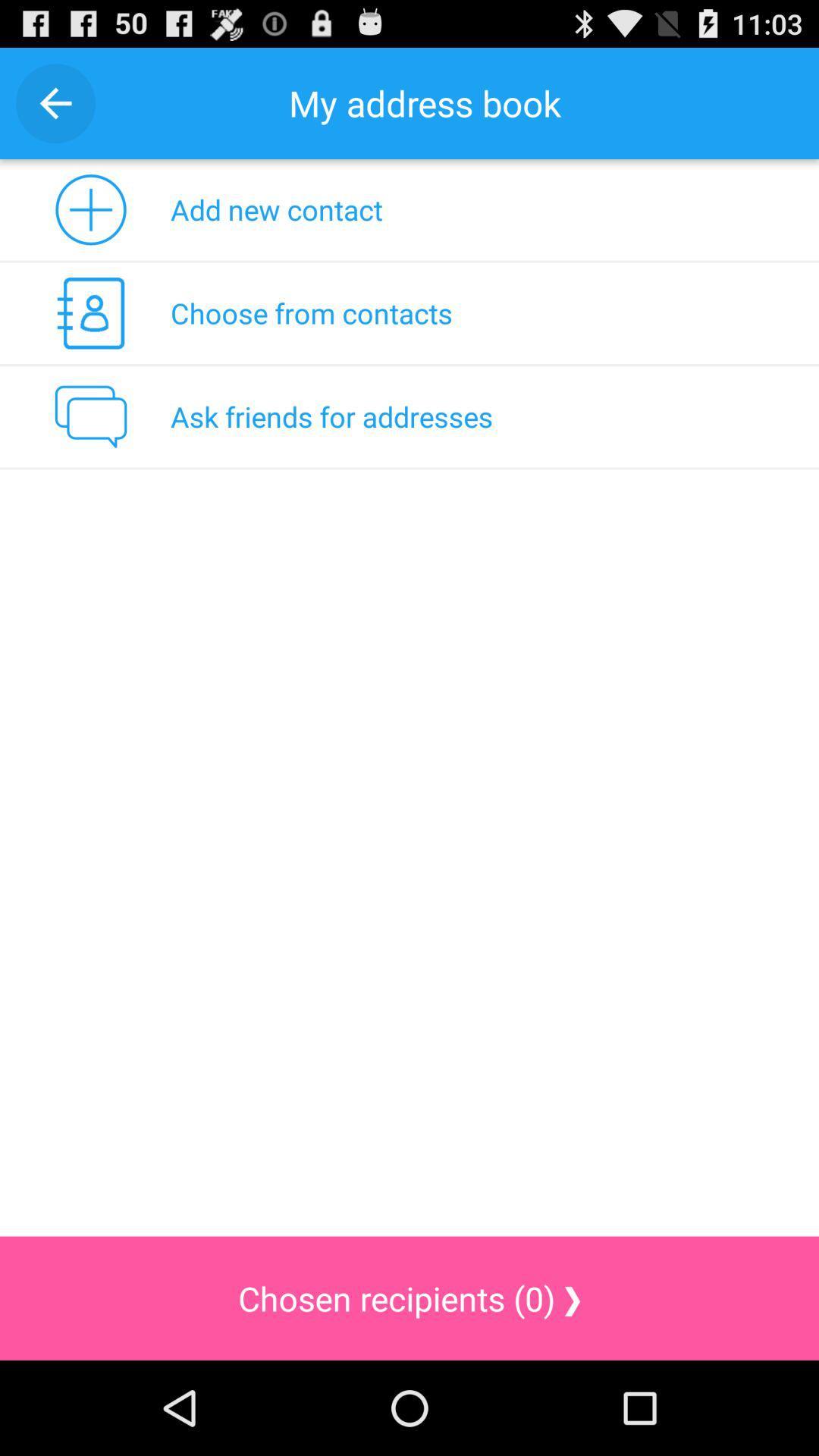  Describe the element at coordinates (55, 102) in the screenshot. I see `go back` at that location.